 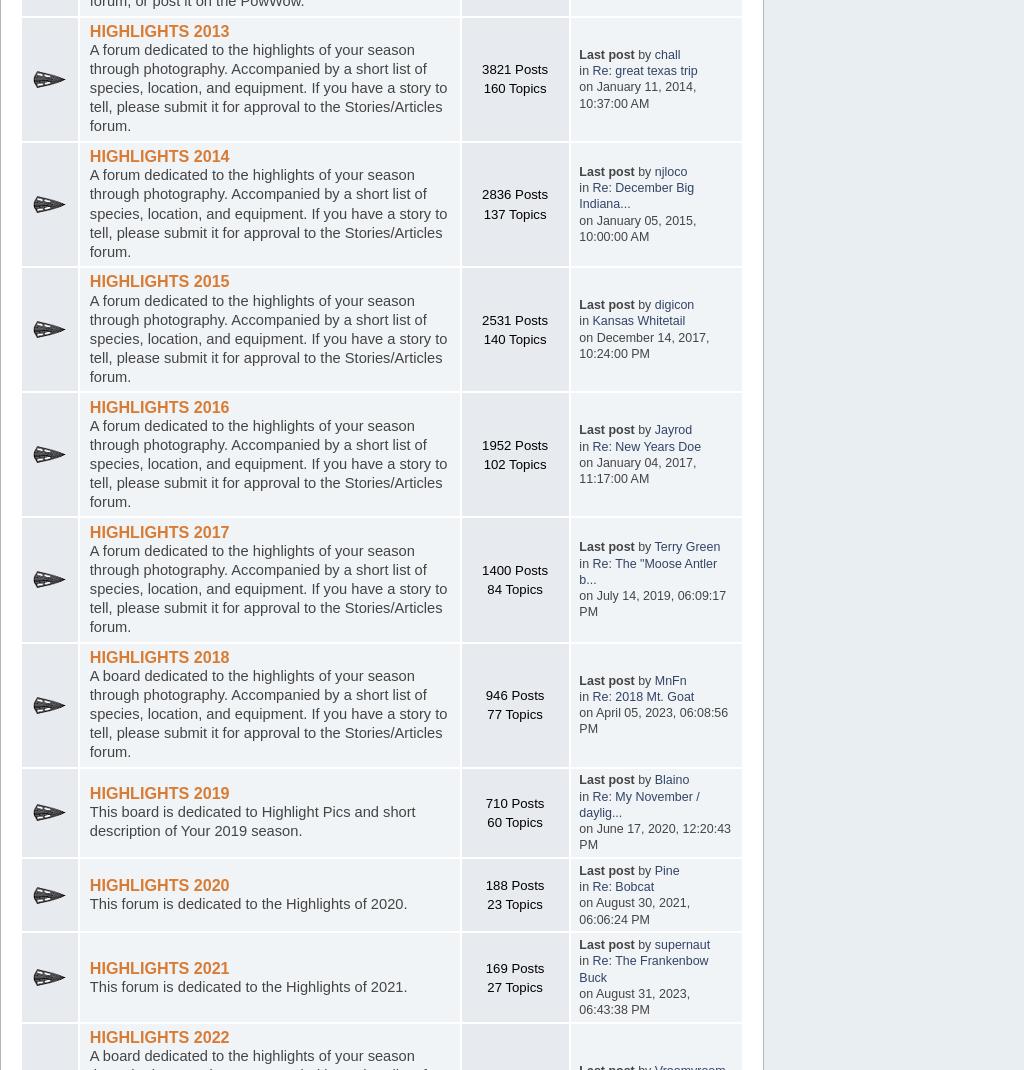 I want to click on 'on April 05, 2023, 06:08:56 PM', so click(x=652, y=719).